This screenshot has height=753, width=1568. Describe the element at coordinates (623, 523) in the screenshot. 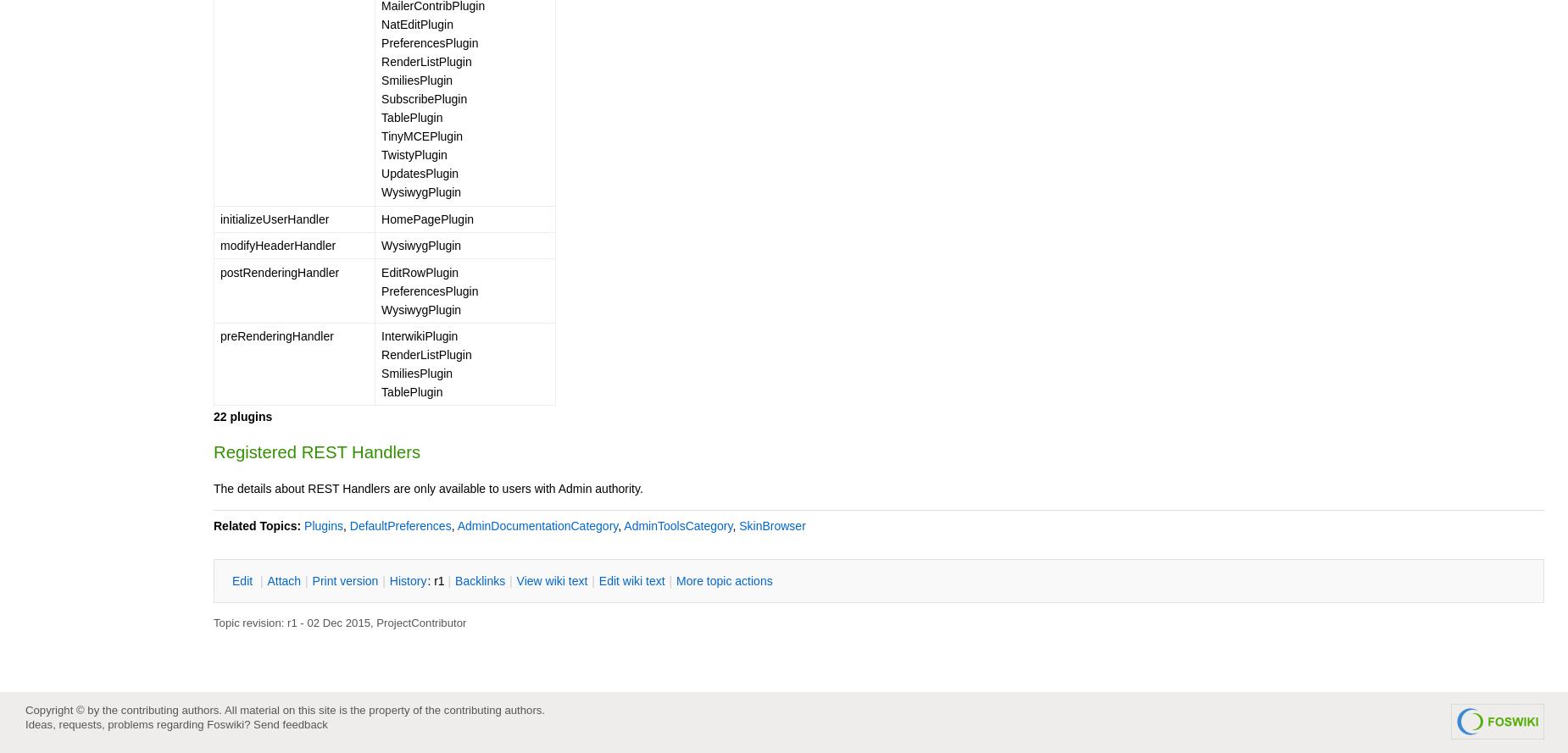

I see `'AdminToolsCategory'` at that location.